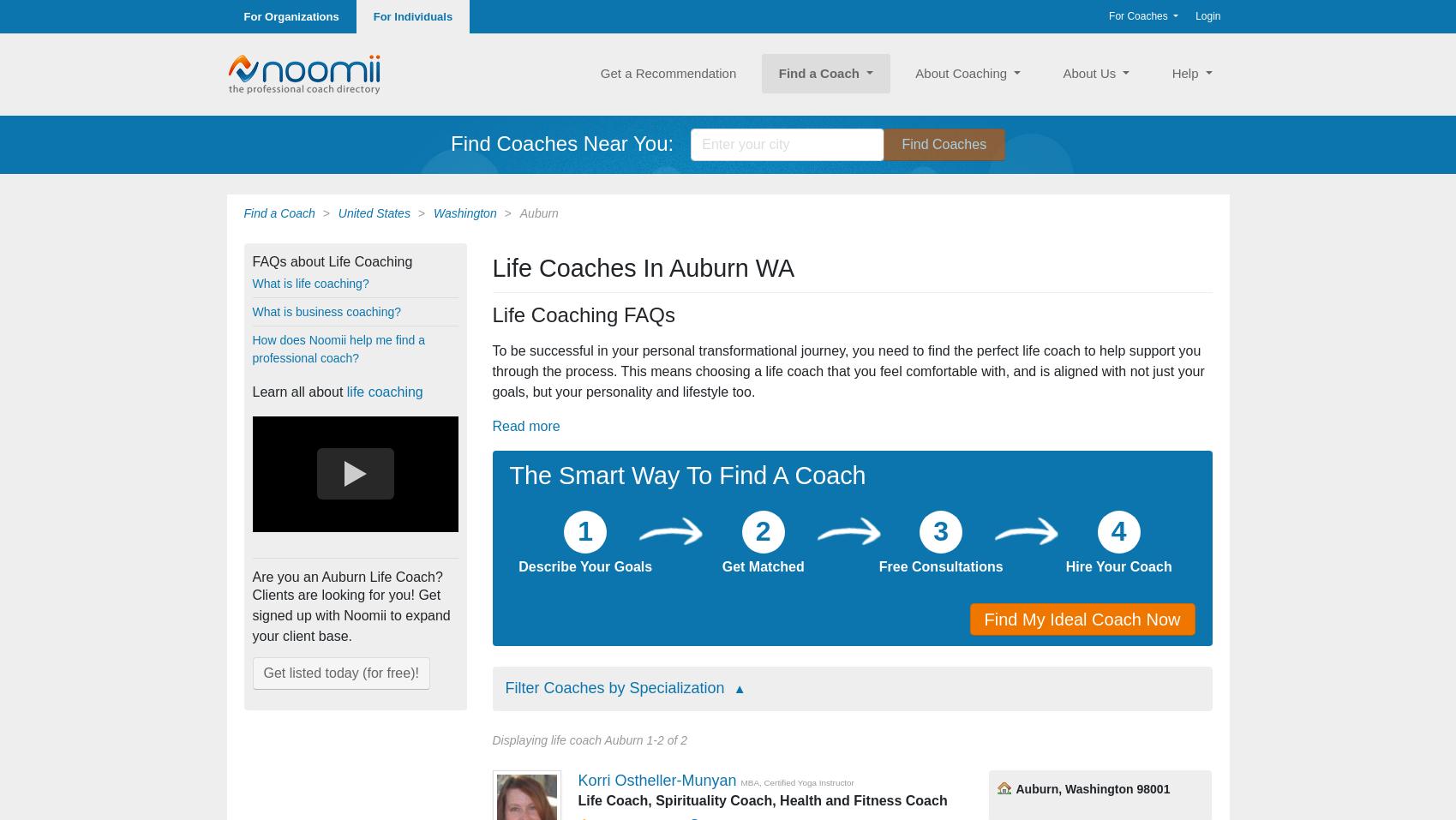 The image size is (1456, 820). I want to click on 'With a heart filled with love, I am dedicated to your spiritual, personal and business aspirations. I have been serving congregations of Spiritual Humanism and Christianity since 2008.', so click(758, 403).